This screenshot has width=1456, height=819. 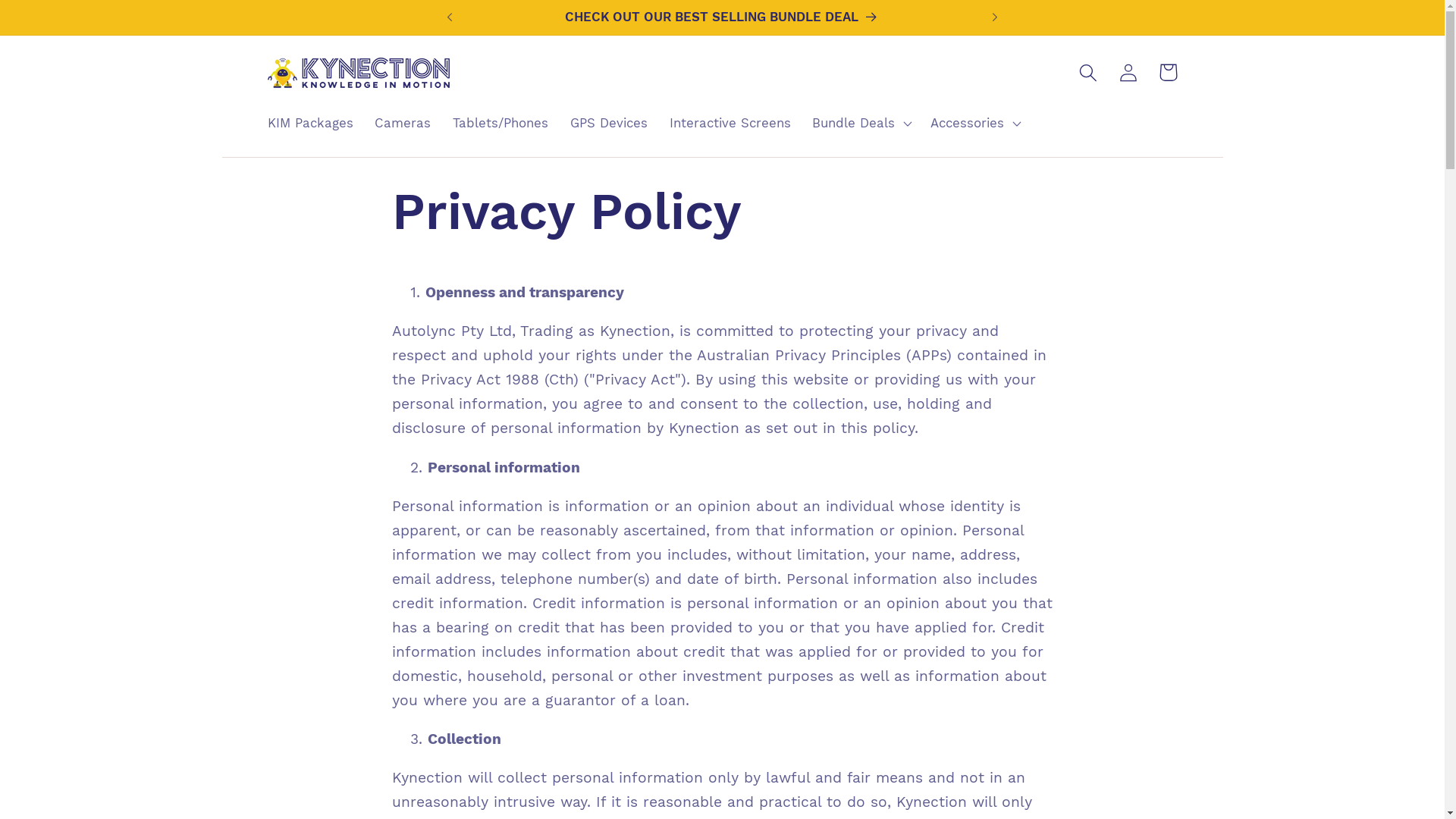 I want to click on 'GPS Devices', so click(x=608, y=122).